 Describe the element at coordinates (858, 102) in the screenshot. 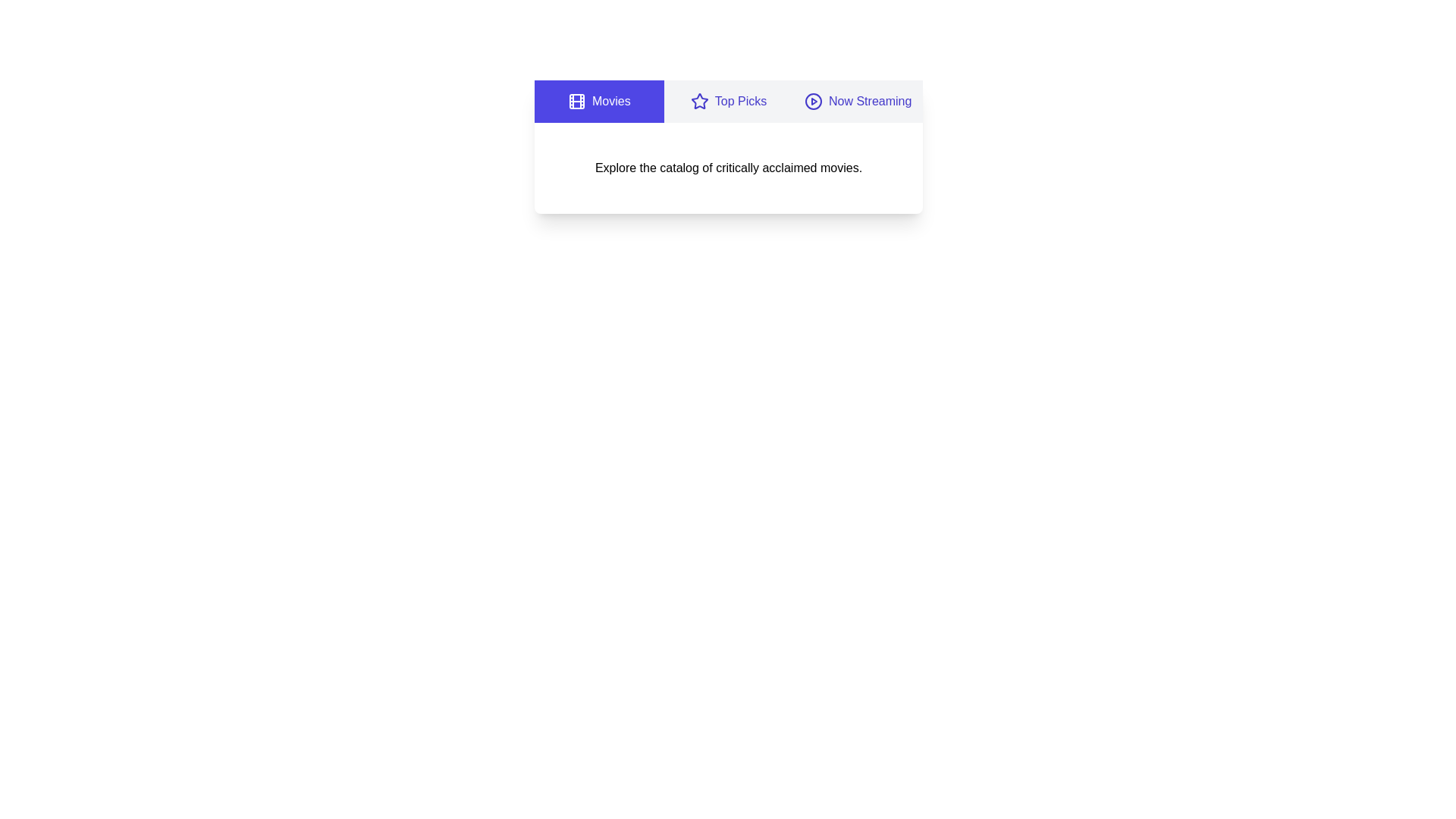

I see `the Now Streaming tab` at that location.